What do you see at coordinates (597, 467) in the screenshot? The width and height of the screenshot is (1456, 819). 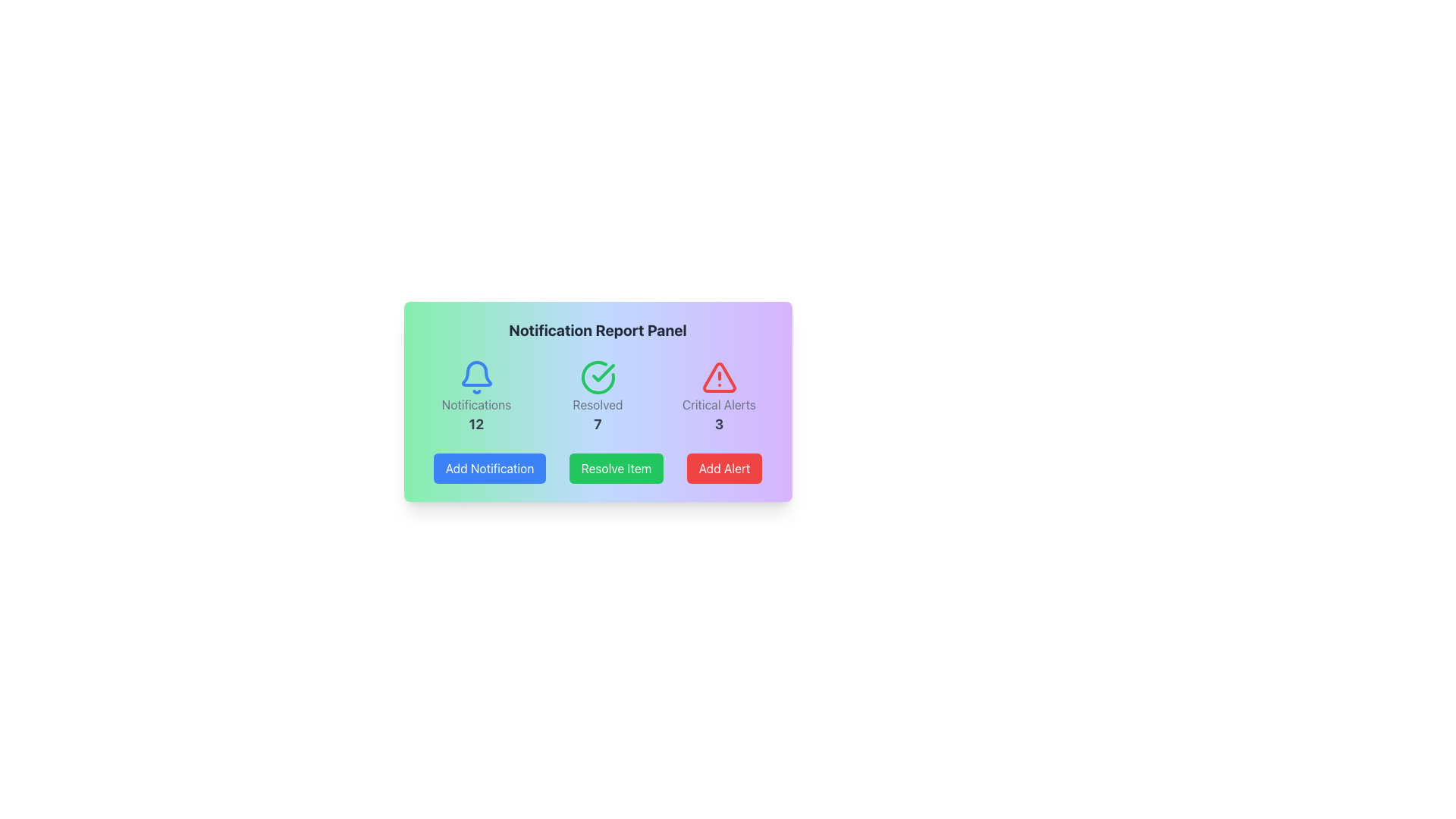 I see `the green 'Resolve Item' button` at bounding box center [597, 467].